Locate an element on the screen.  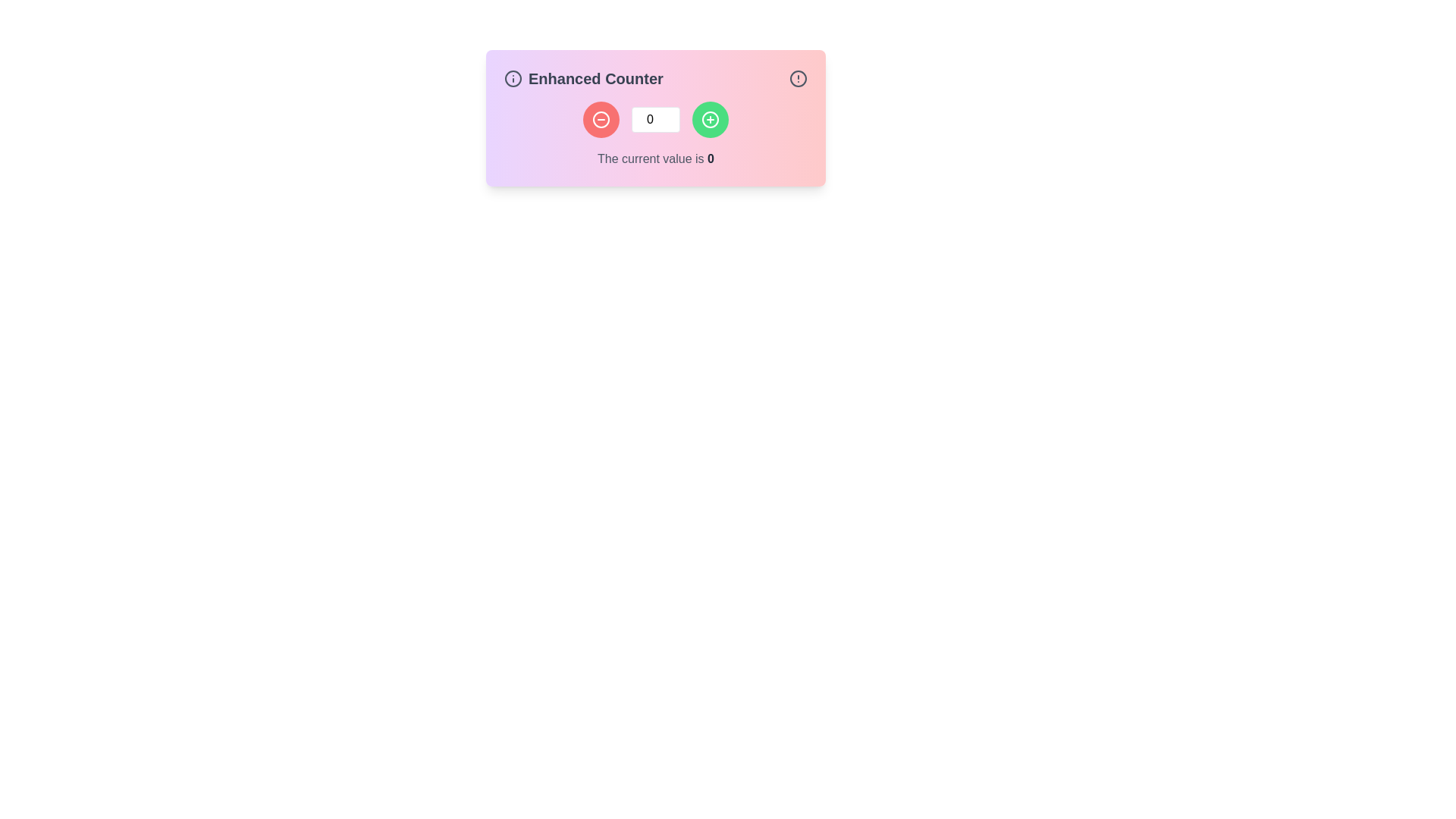
the text label that displays the current value of the counter, located below the number input and buttons in the enhanced counter's component box is located at coordinates (655, 133).